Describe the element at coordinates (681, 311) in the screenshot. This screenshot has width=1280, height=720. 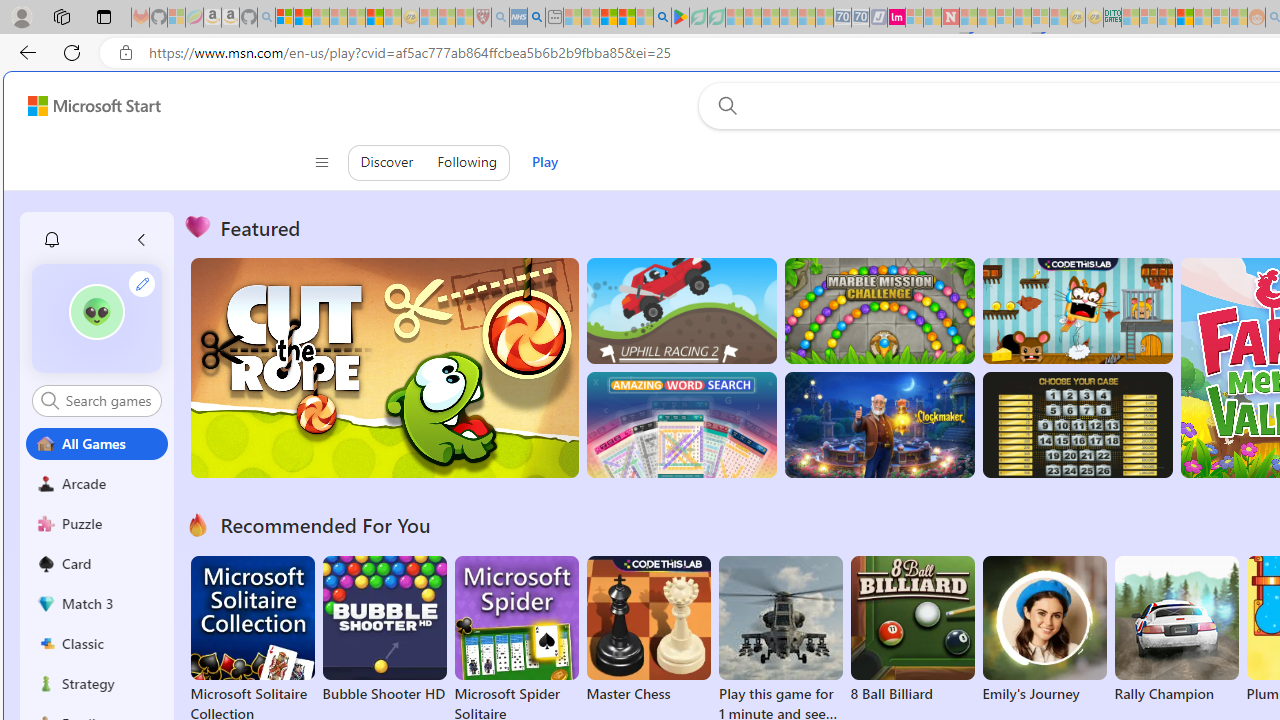
I see `'Up Hill Racing 2'` at that location.